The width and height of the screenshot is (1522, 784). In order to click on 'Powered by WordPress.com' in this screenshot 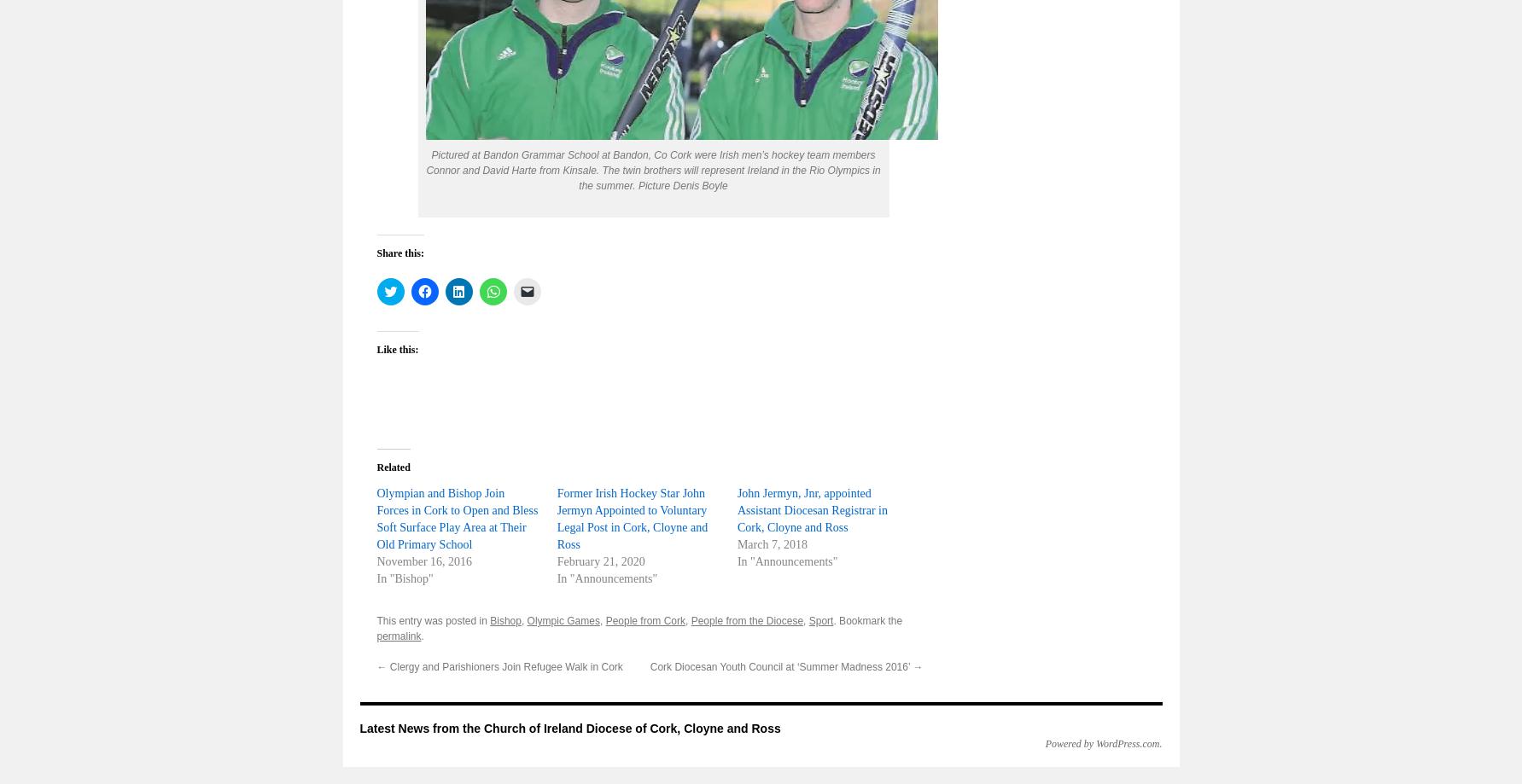, I will do `click(1101, 743)`.